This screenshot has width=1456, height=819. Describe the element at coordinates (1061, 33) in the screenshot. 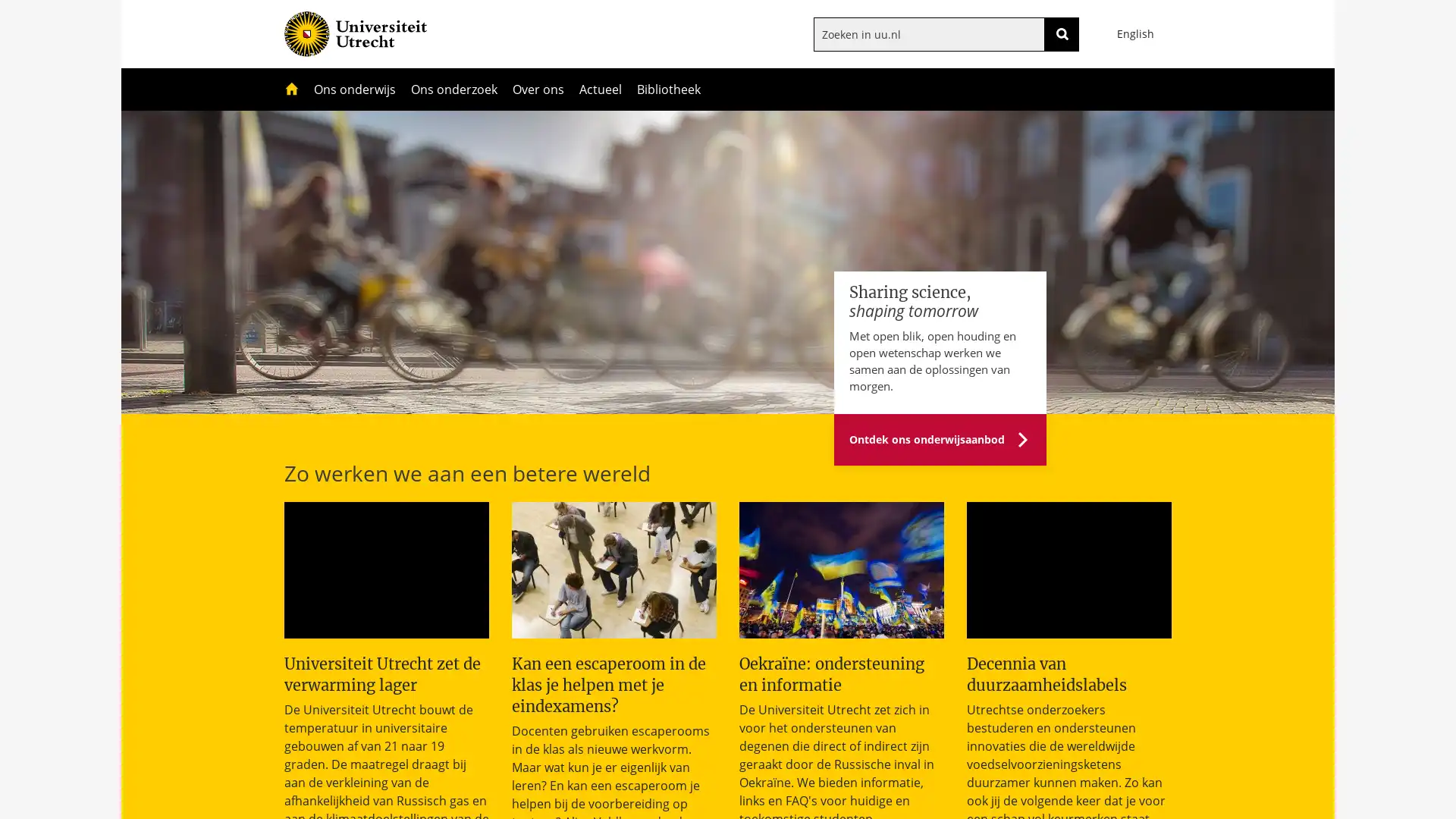

I see `ZOEKEN` at that location.